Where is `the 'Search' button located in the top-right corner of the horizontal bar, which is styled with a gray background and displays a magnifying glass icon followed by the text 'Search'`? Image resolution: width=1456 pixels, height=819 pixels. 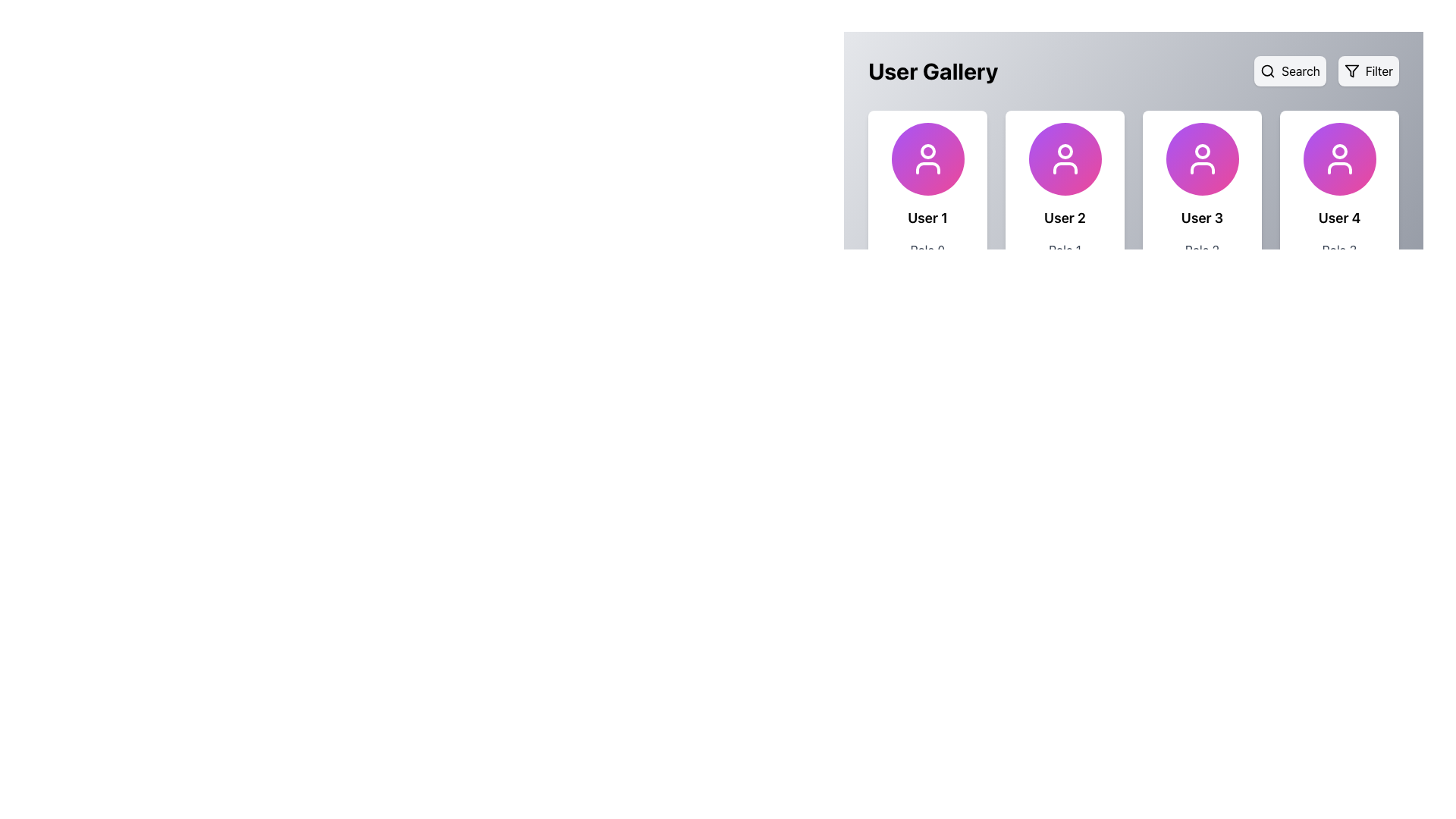
the 'Search' button located in the top-right corner of the horizontal bar, which is styled with a gray background and displays a magnifying glass icon followed by the text 'Search' is located at coordinates (1289, 71).